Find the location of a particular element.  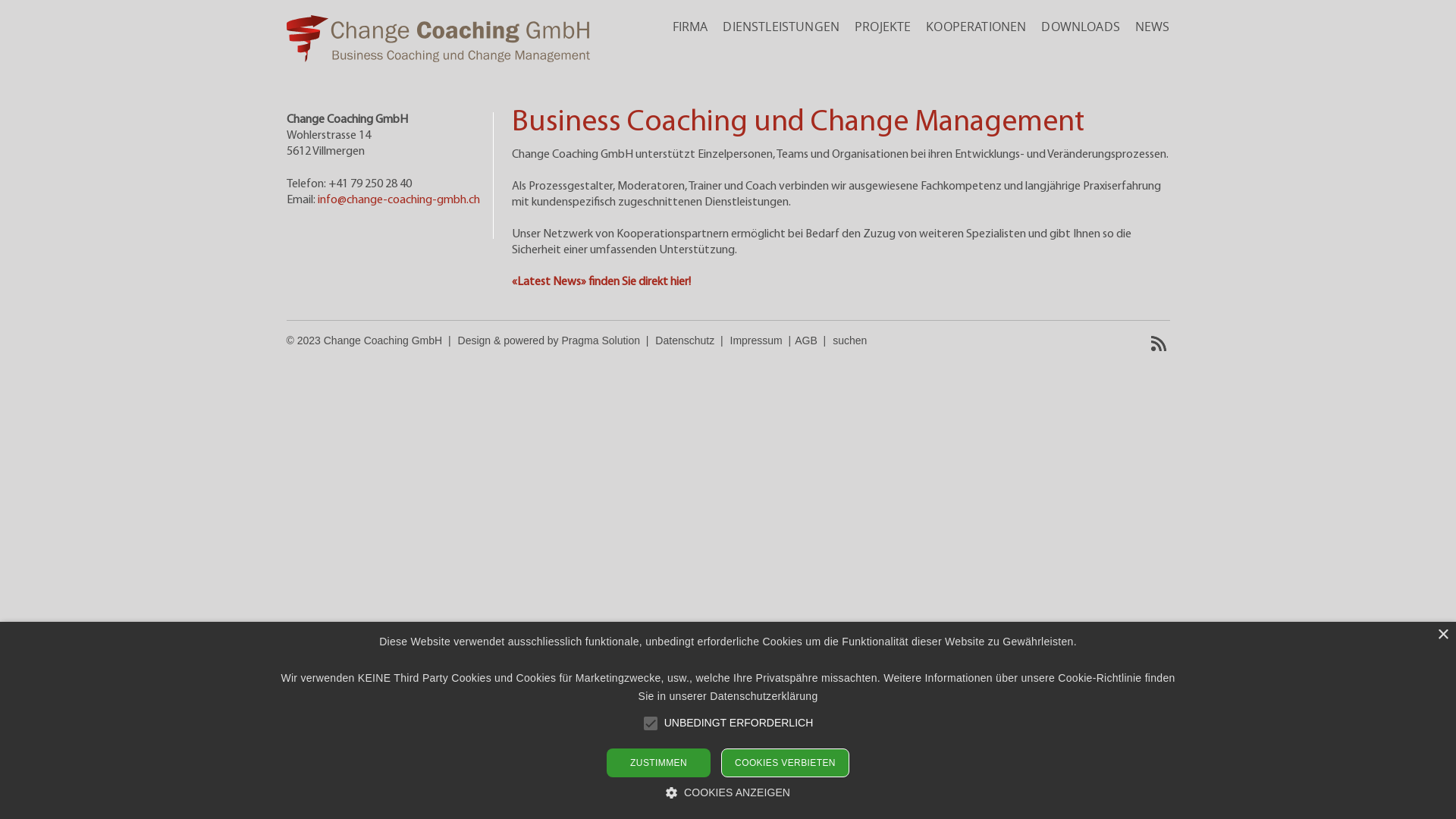

'Design & powered by Pragma Solution  |  ' is located at coordinates (556, 339).